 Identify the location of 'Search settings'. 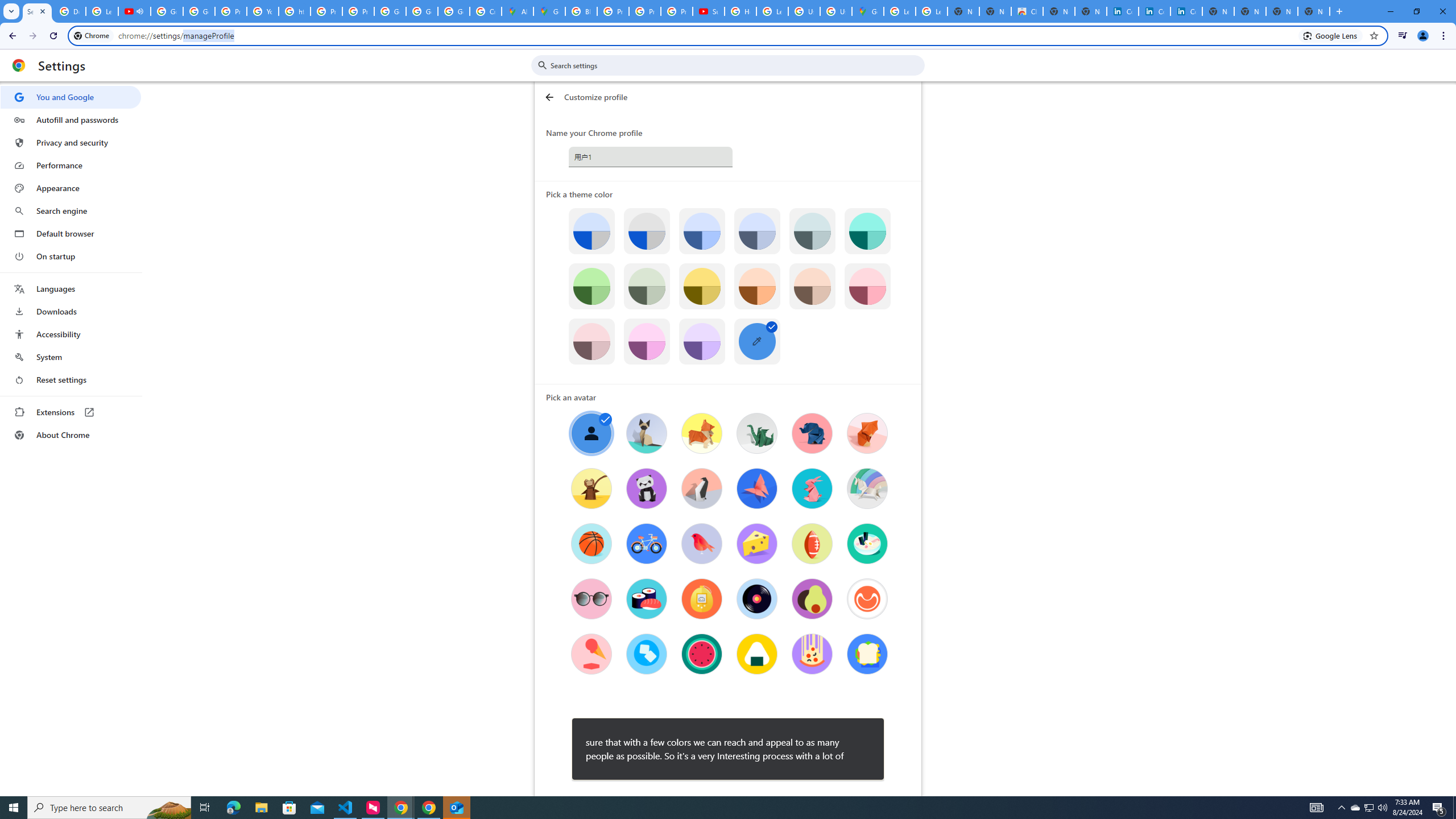
(735, 65).